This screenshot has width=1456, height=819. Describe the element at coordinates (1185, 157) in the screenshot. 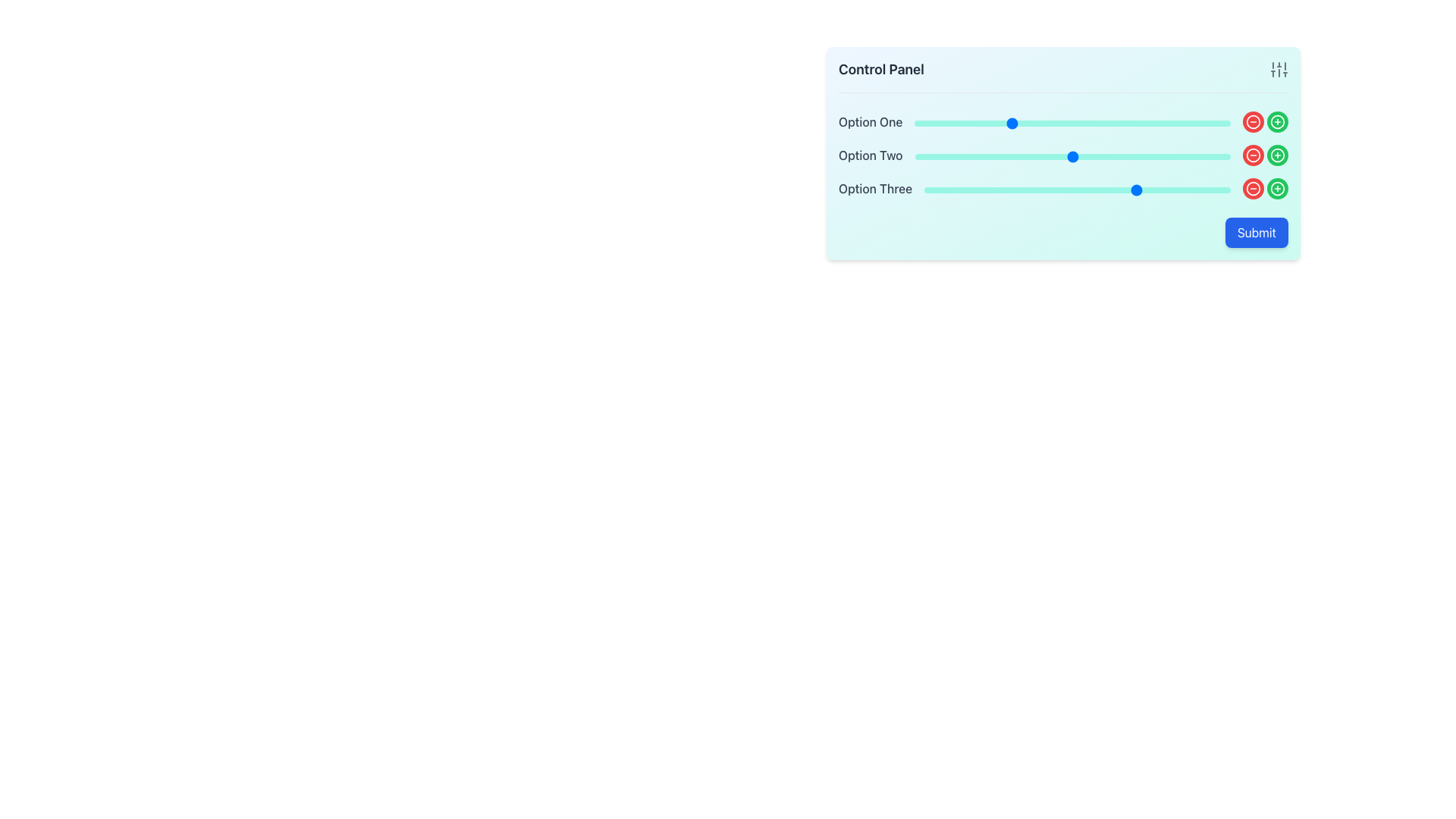

I see `the slider` at that location.